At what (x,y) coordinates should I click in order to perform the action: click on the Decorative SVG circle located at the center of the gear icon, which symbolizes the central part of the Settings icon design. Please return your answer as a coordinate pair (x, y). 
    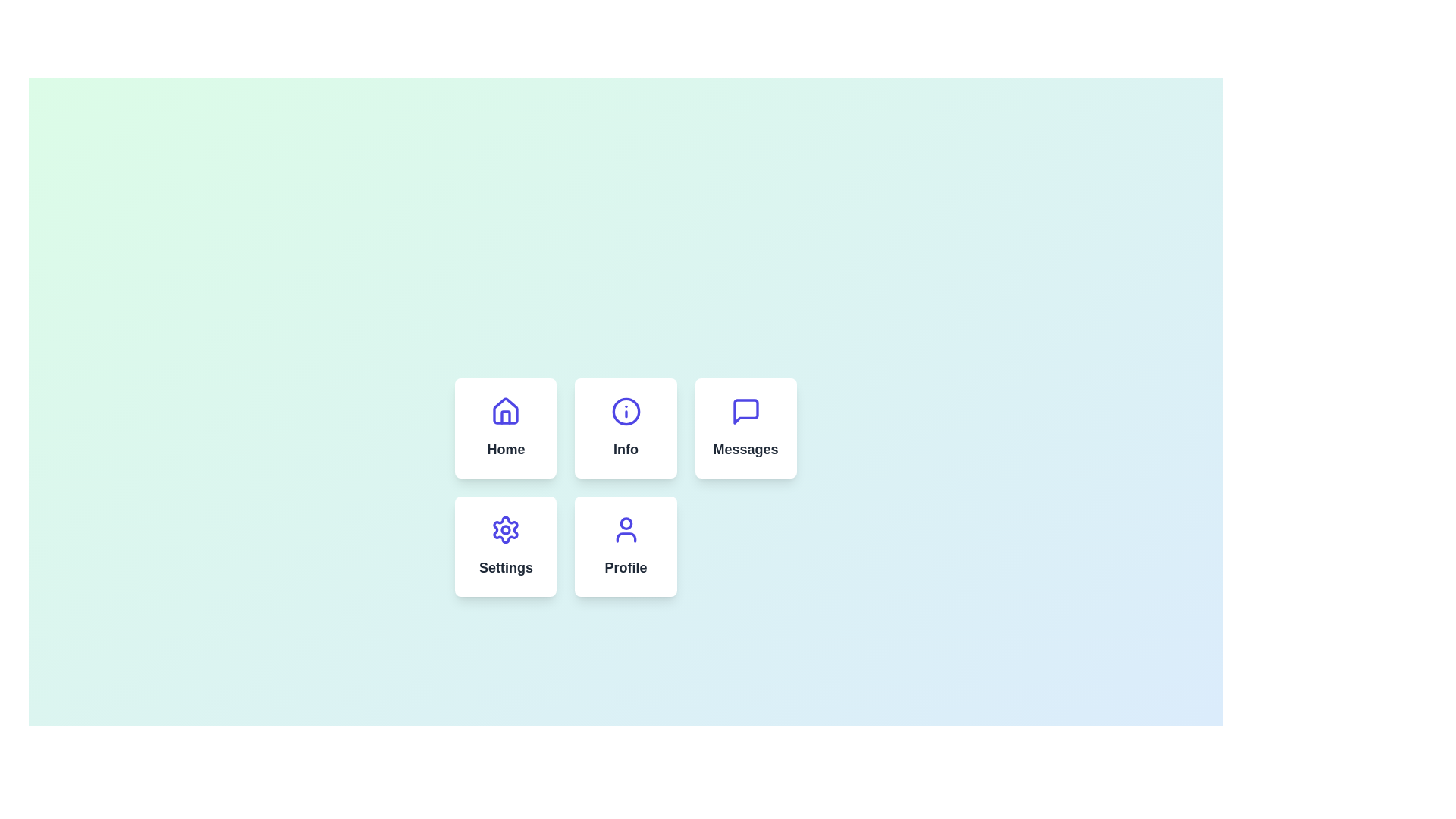
    Looking at the image, I should click on (506, 529).